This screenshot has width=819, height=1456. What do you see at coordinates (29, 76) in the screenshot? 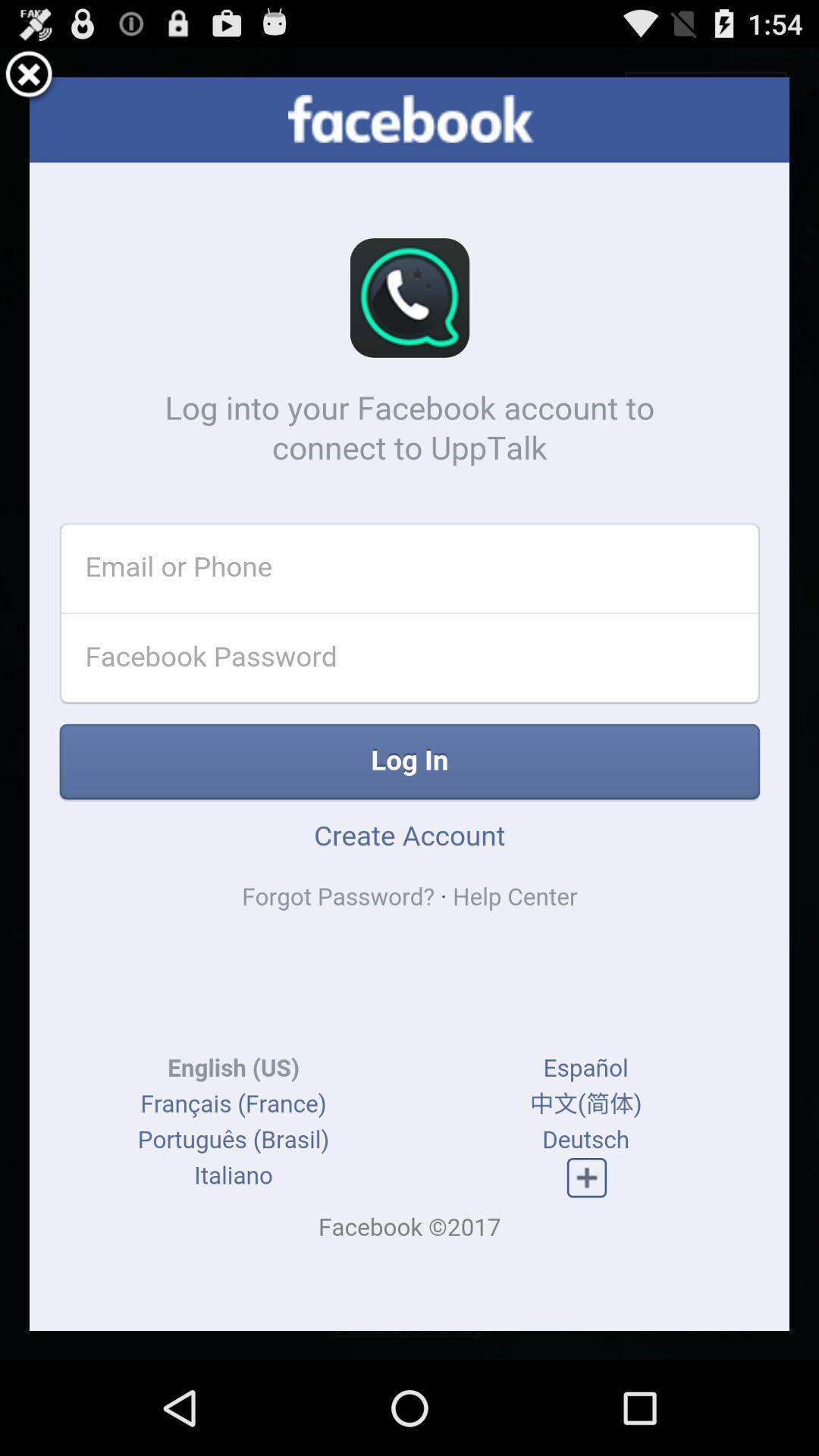
I see `close` at bounding box center [29, 76].